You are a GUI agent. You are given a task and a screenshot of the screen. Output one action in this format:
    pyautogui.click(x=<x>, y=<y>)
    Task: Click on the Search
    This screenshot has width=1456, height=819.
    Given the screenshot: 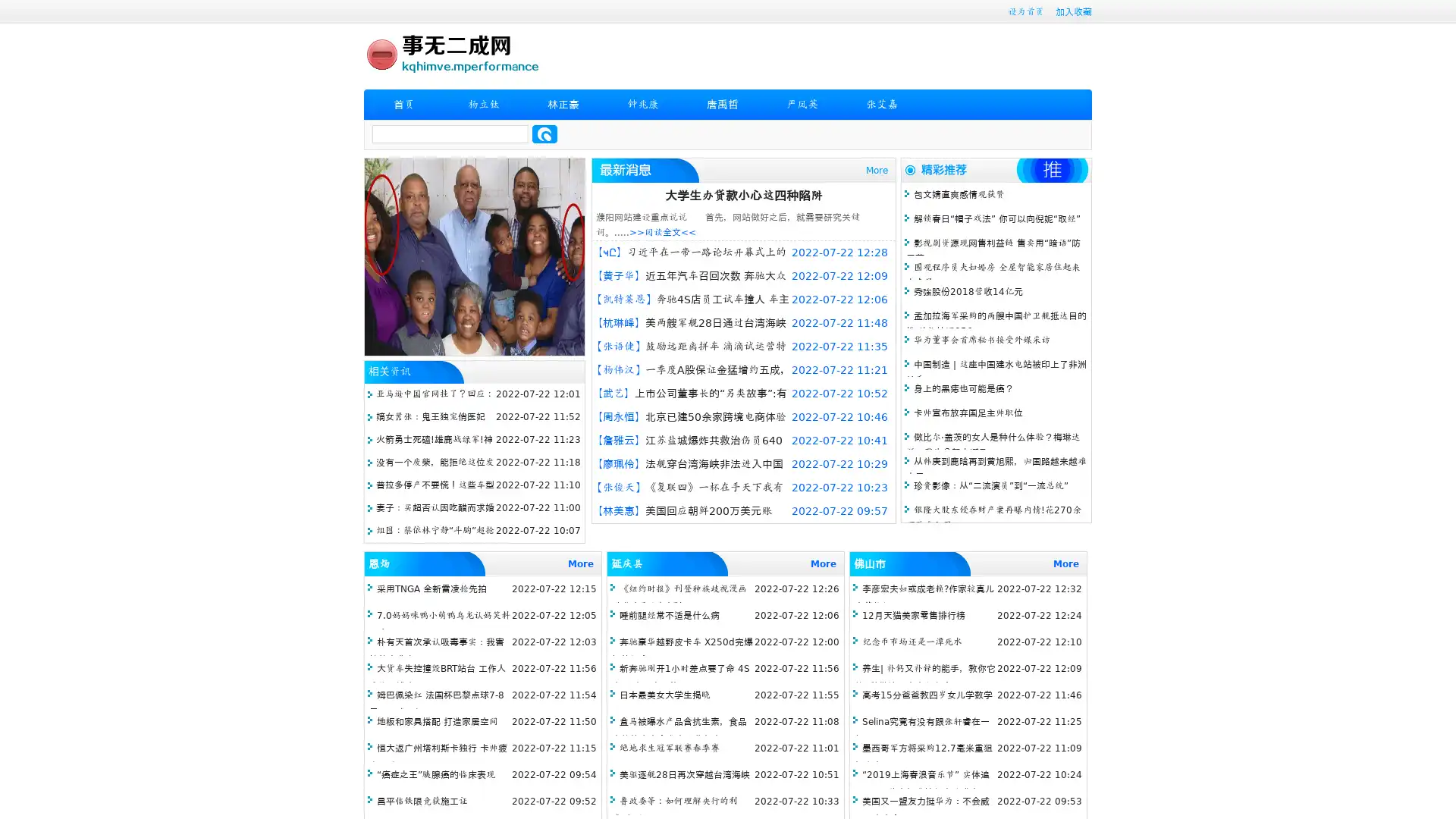 What is the action you would take?
    pyautogui.click(x=544, y=133)
    